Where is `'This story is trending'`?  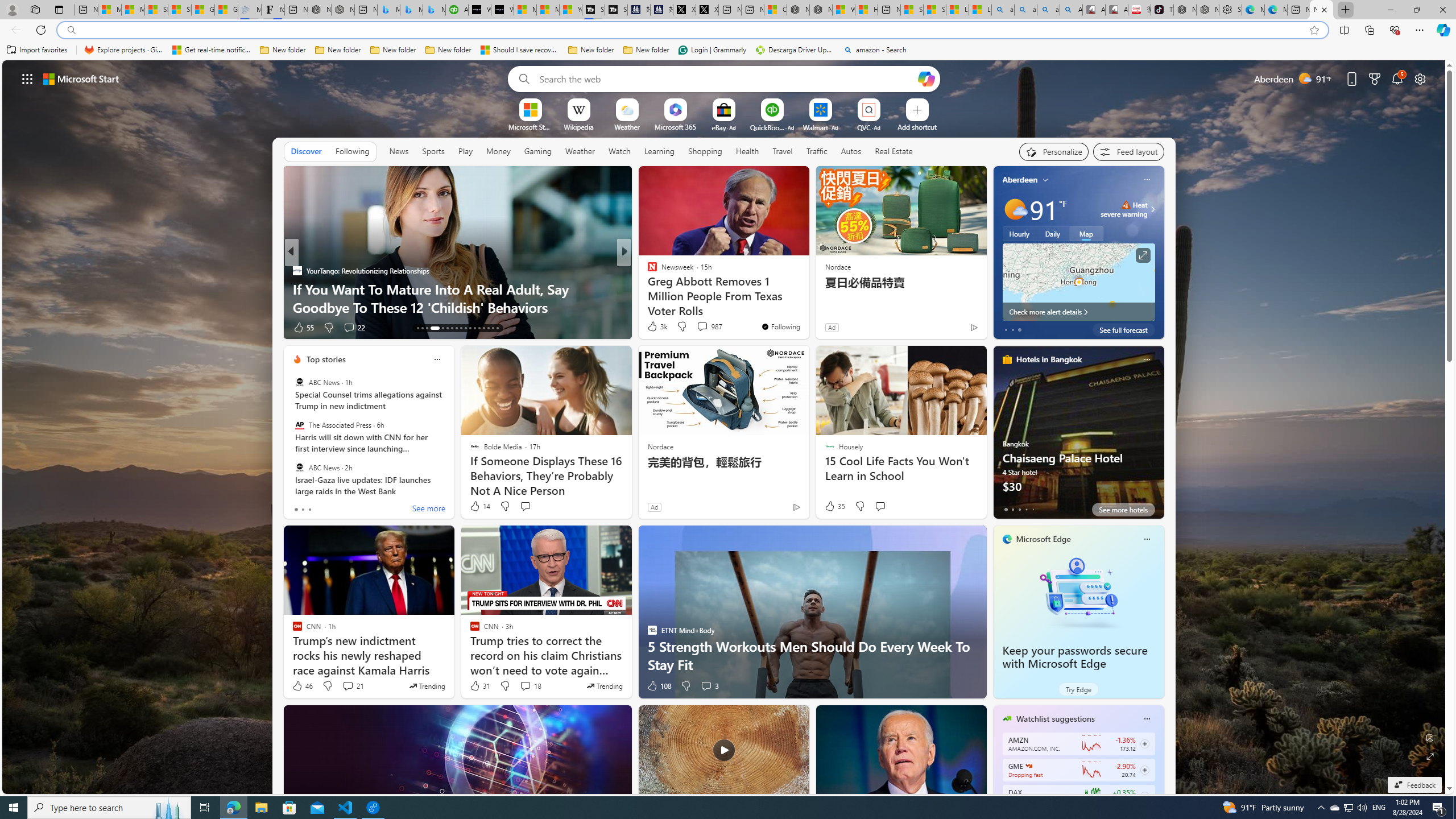
'This story is trending' is located at coordinates (603, 686).